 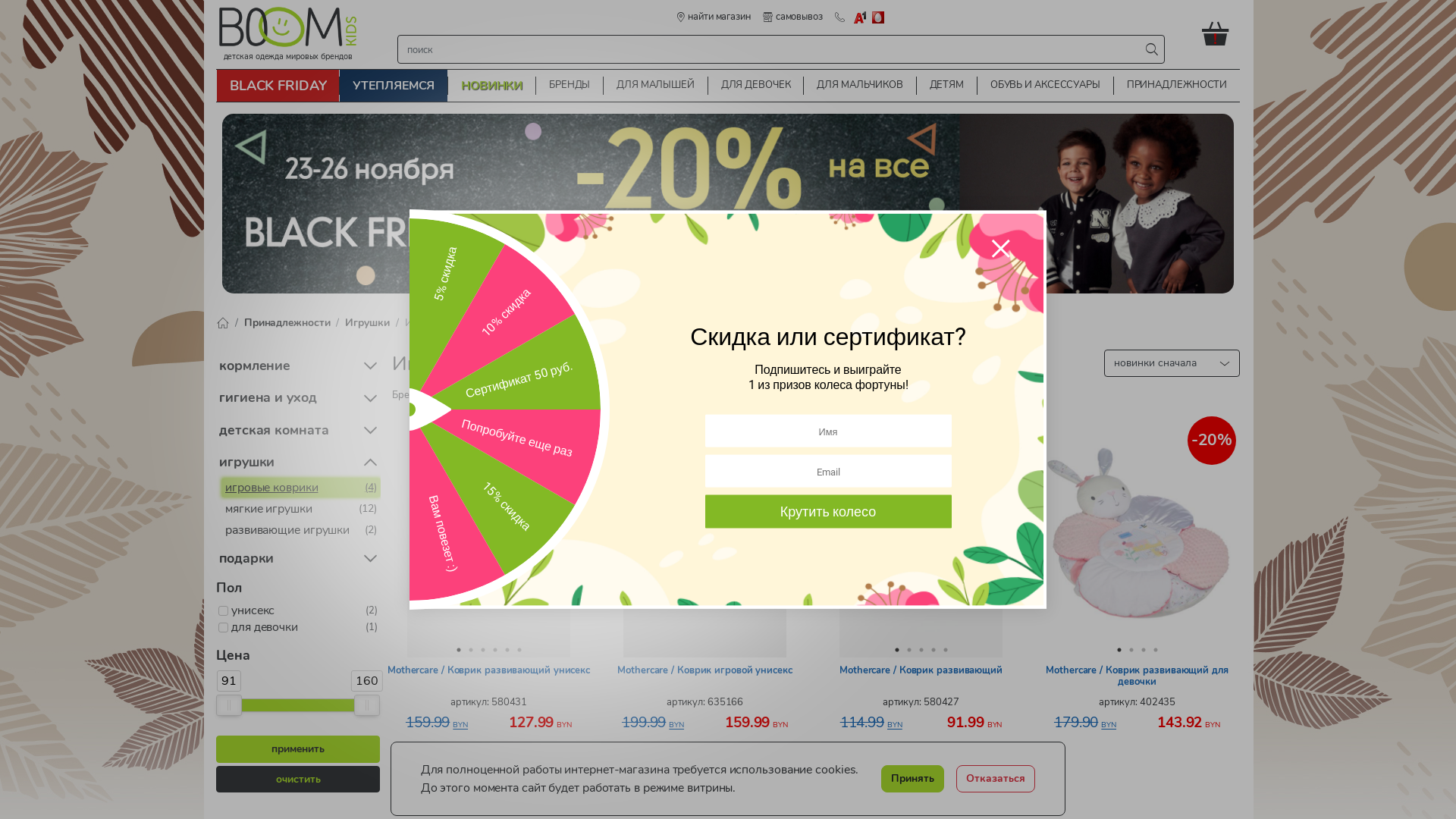 I want to click on '3', so click(x=481, y=648).